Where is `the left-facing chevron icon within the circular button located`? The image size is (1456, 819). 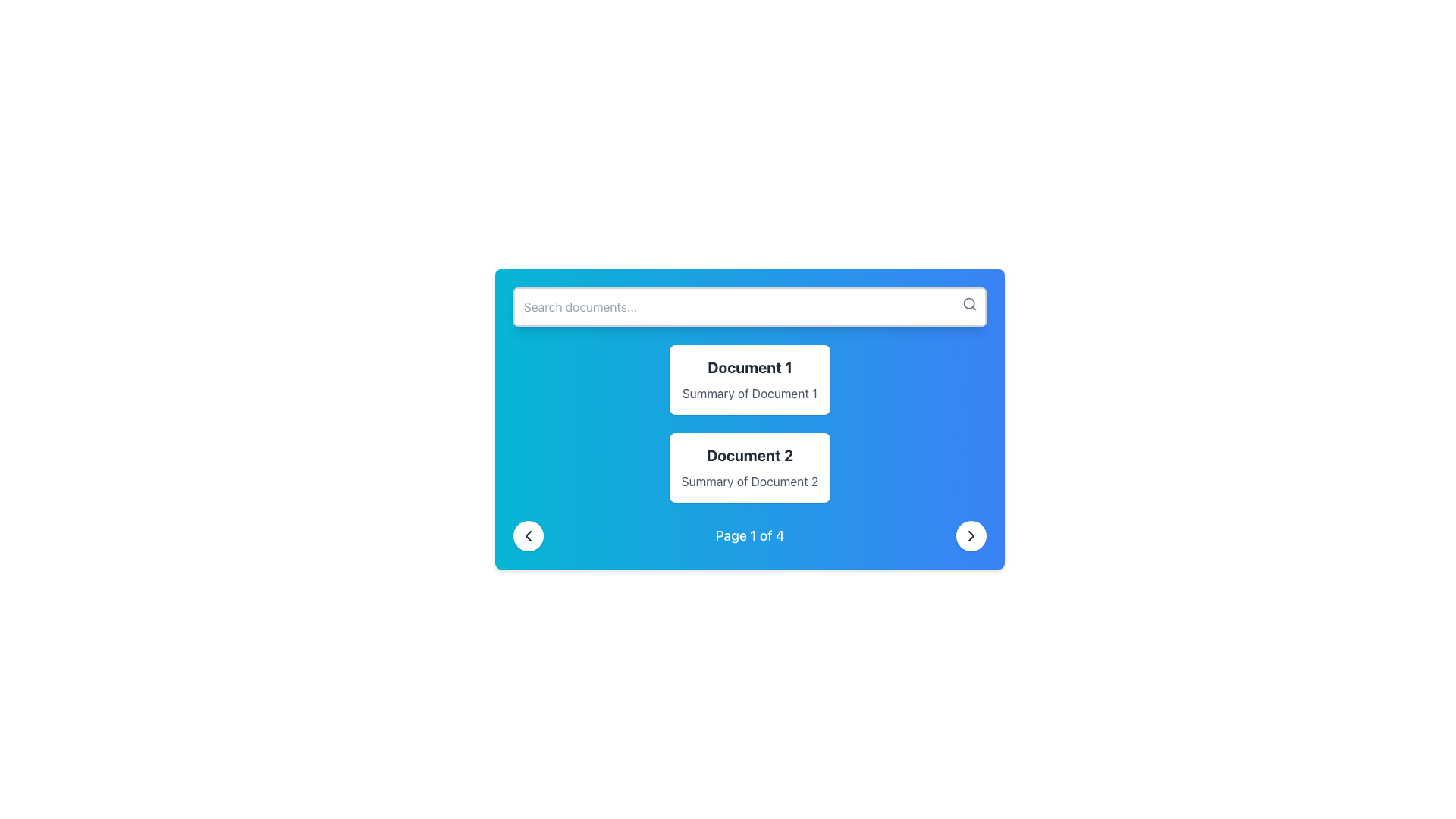
the left-facing chevron icon within the circular button located is located at coordinates (528, 535).